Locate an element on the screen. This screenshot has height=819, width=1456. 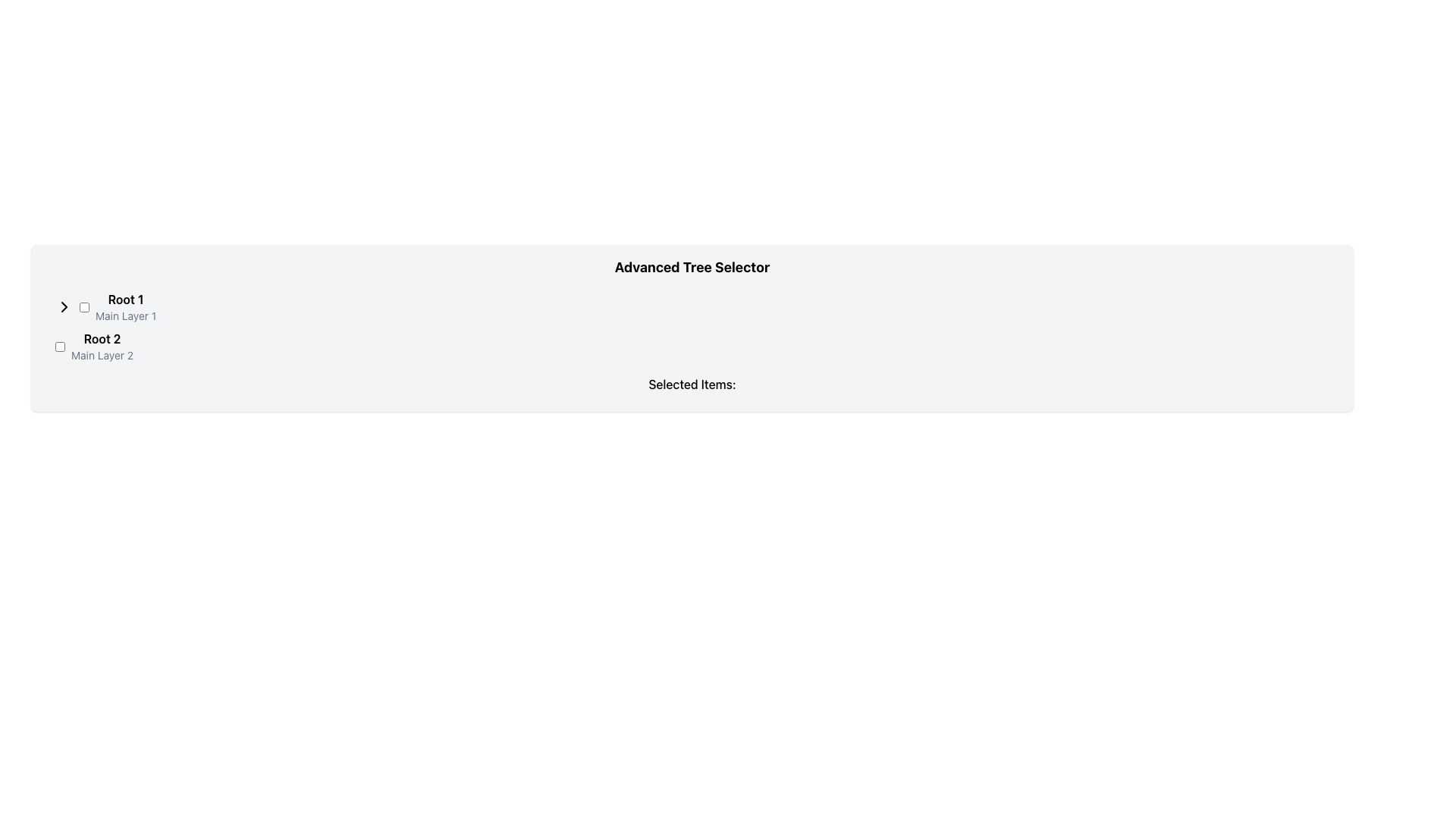
the label text element displaying 'Main Layer 1', which is styled in gray and located directly under 'Root 1' is located at coordinates (126, 315).